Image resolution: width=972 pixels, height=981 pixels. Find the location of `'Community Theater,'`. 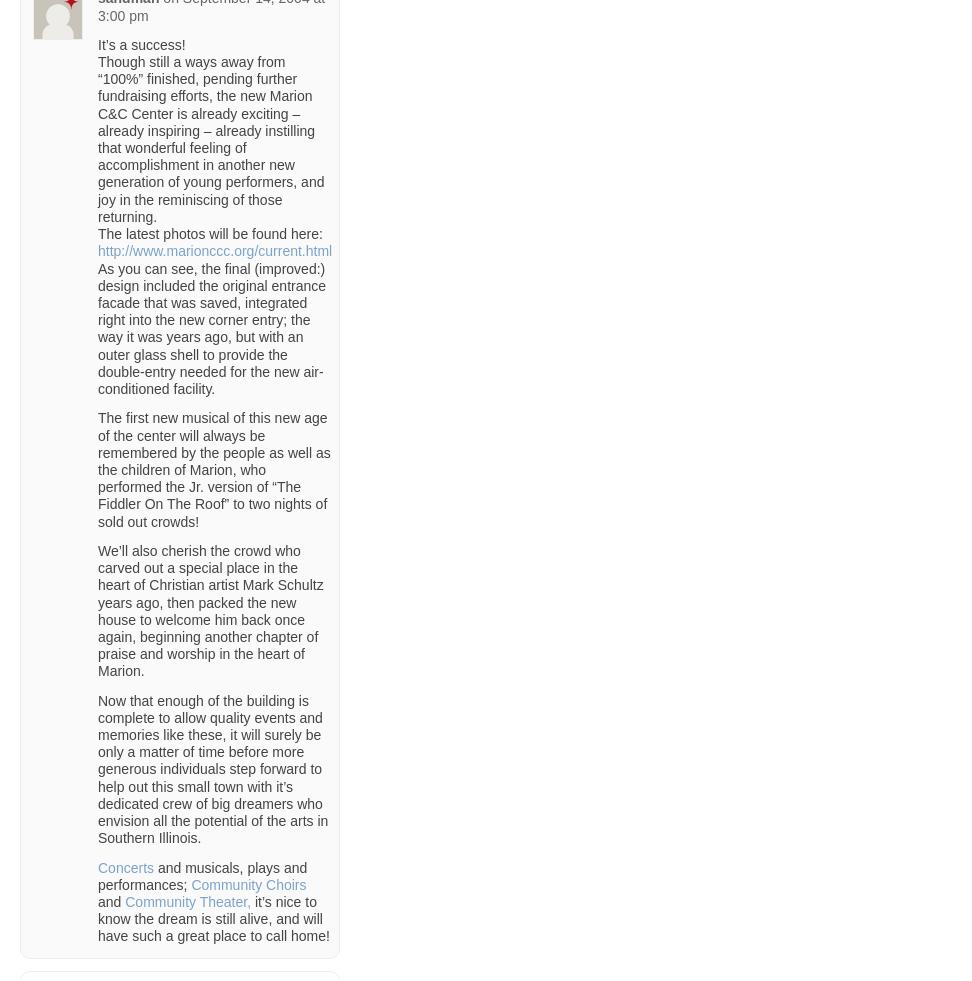

'Community Theater,' is located at coordinates (186, 902).